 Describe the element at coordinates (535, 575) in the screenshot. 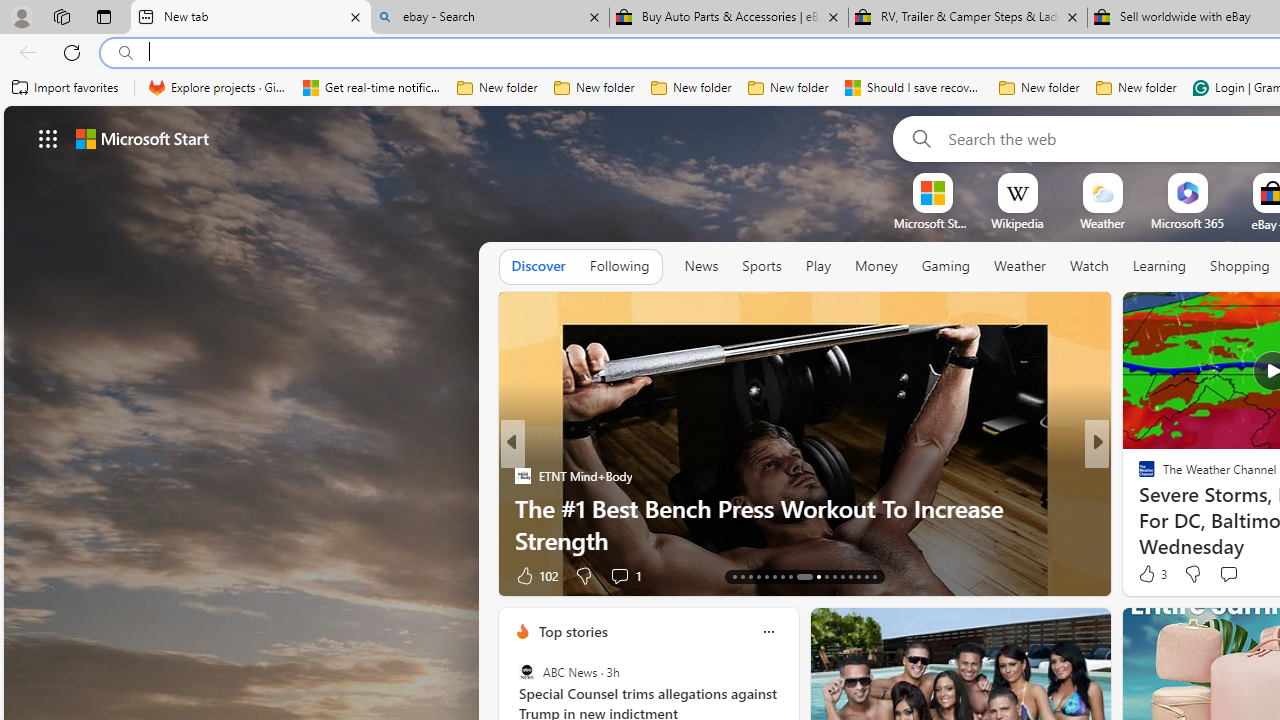

I see `'102 Like'` at that location.